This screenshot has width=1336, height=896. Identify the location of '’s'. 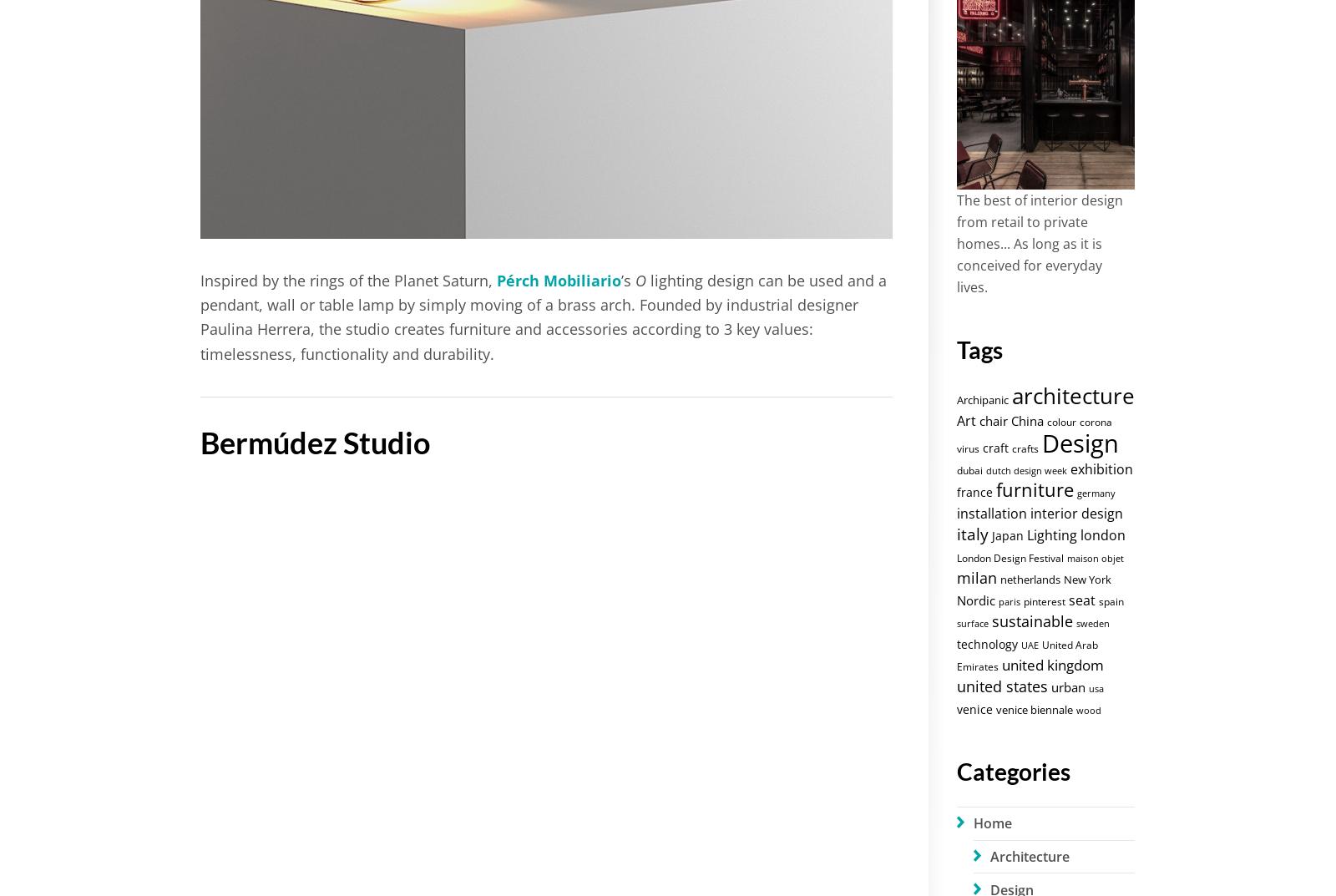
(628, 279).